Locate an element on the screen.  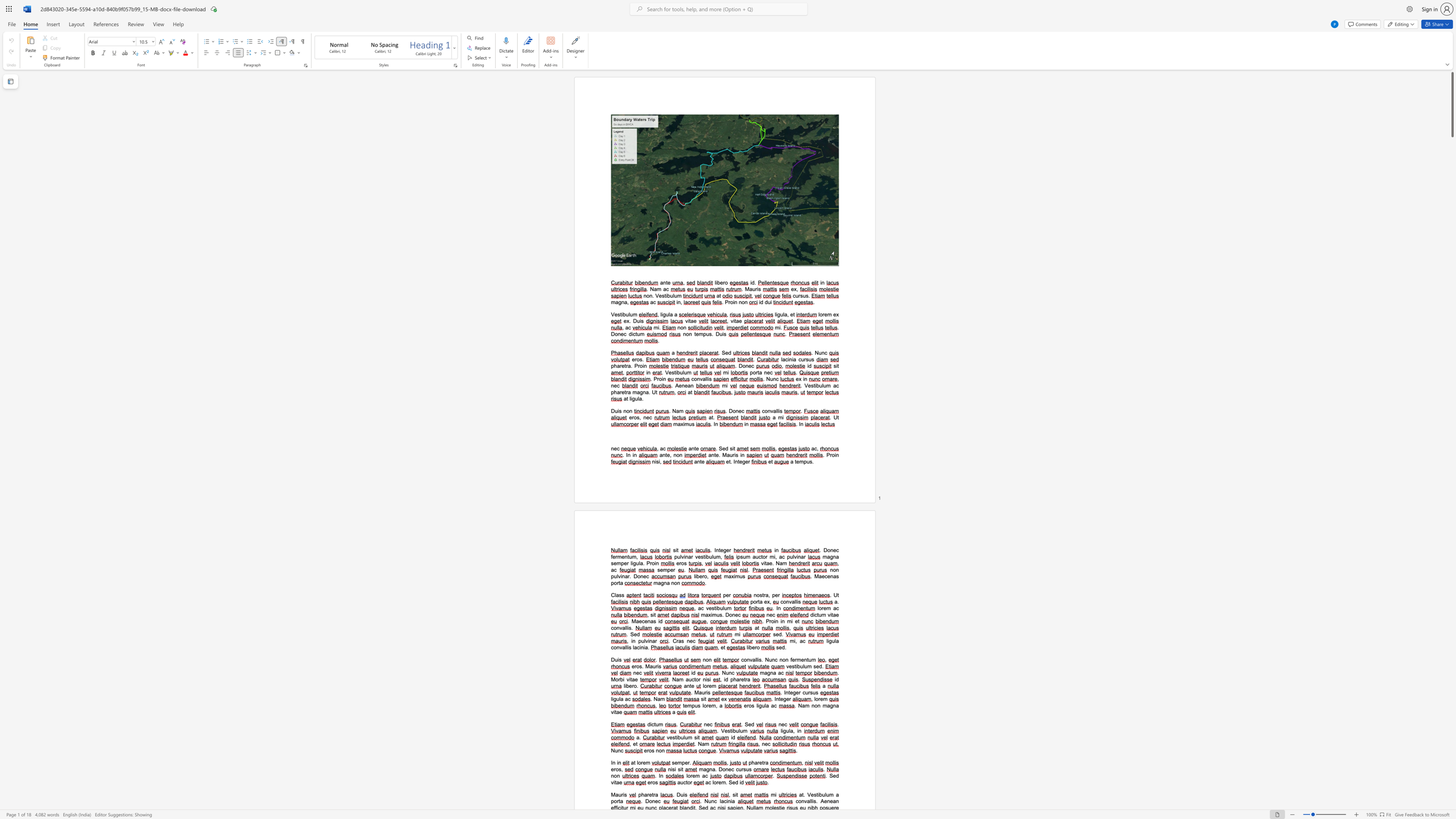
the space between the continuous character "u" and "l" in the text is located at coordinates (787, 731).